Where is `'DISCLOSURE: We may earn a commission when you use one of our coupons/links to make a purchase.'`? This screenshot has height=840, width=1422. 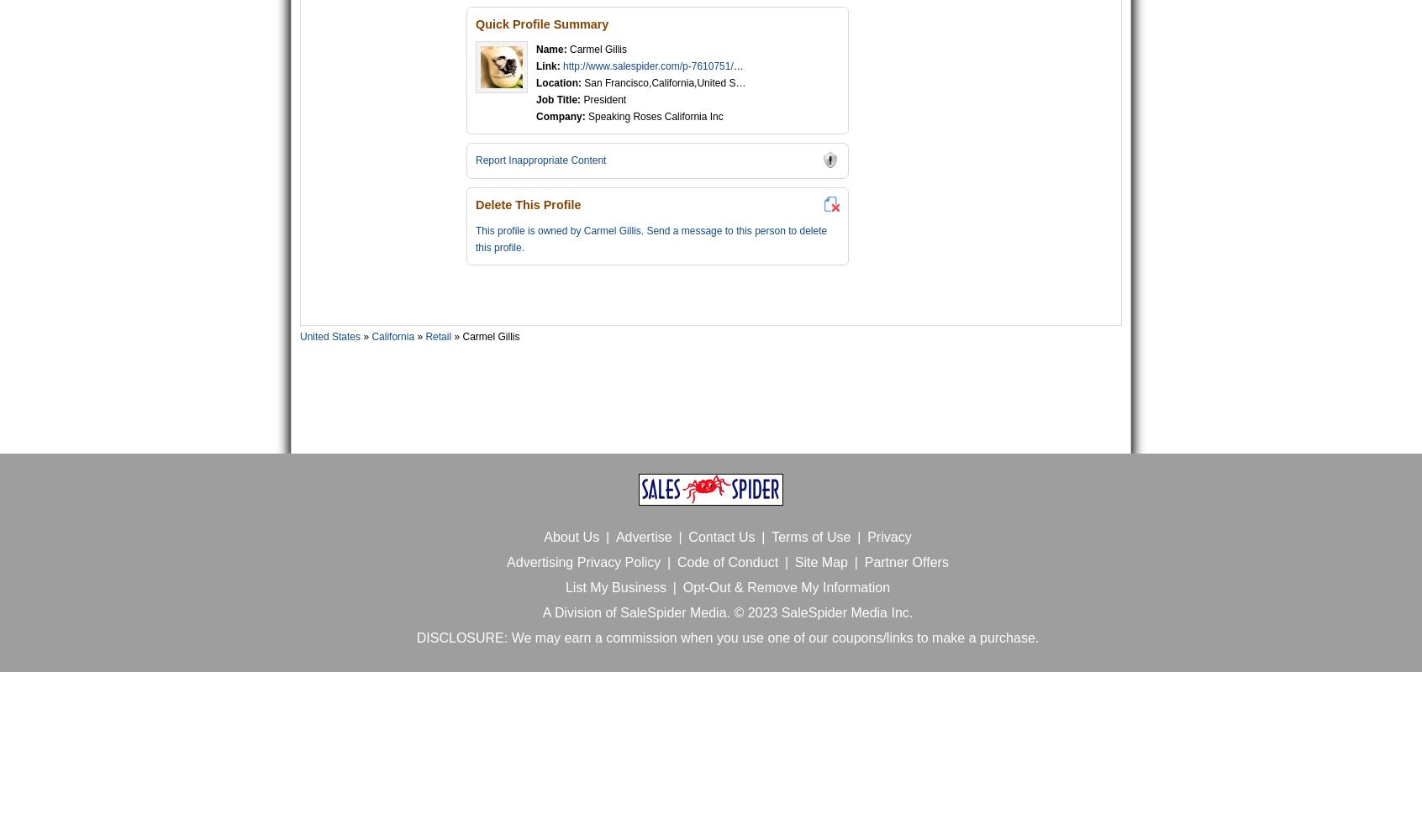
'DISCLOSURE: We may earn a commission when you use one of our coupons/links to make a purchase.' is located at coordinates (726, 637).